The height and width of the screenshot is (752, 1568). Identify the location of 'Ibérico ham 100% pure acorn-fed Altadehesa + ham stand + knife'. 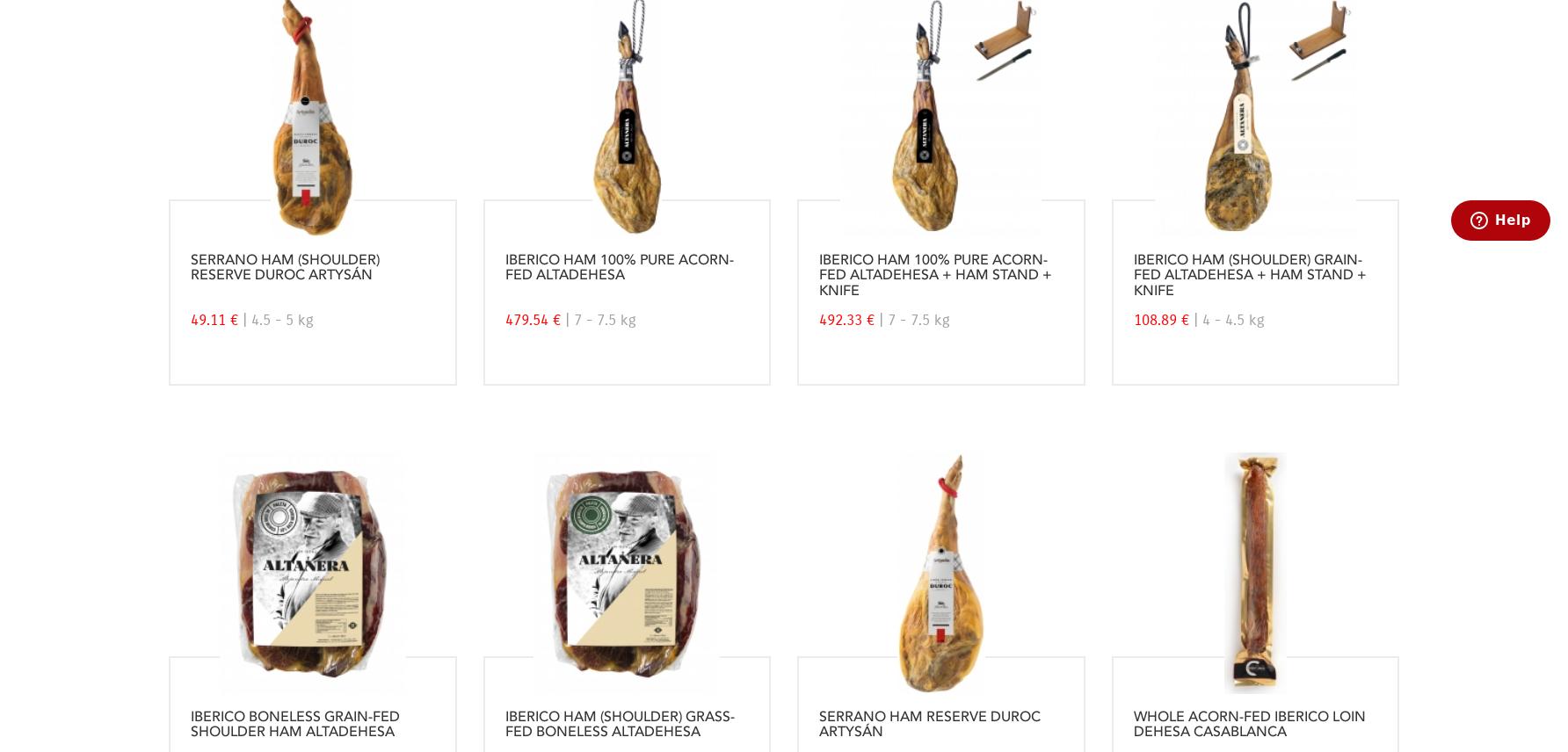
(934, 275).